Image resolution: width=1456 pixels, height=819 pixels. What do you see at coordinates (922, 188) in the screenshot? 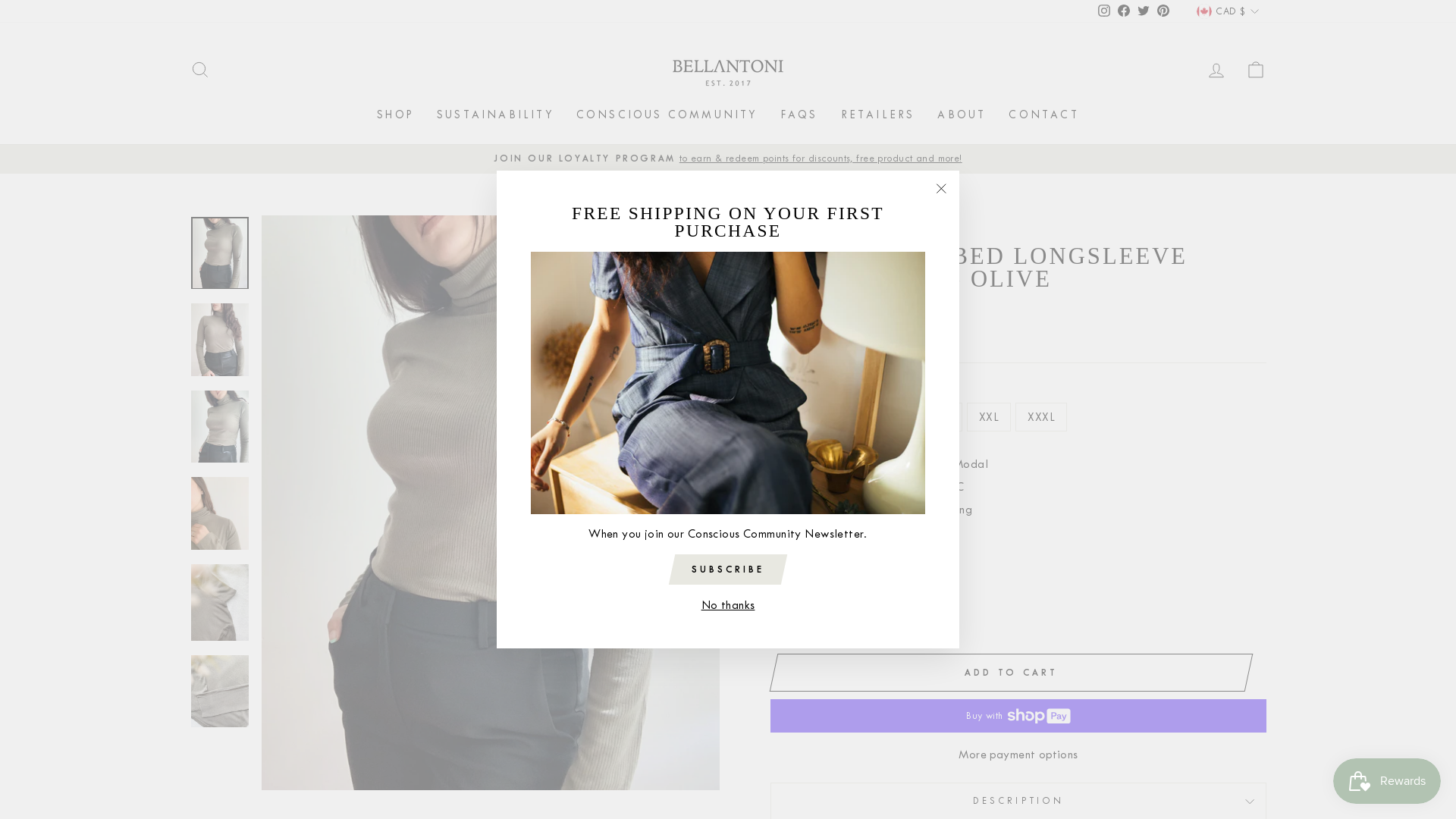
I see `'"Close (esc)"'` at bounding box center [922, 188].